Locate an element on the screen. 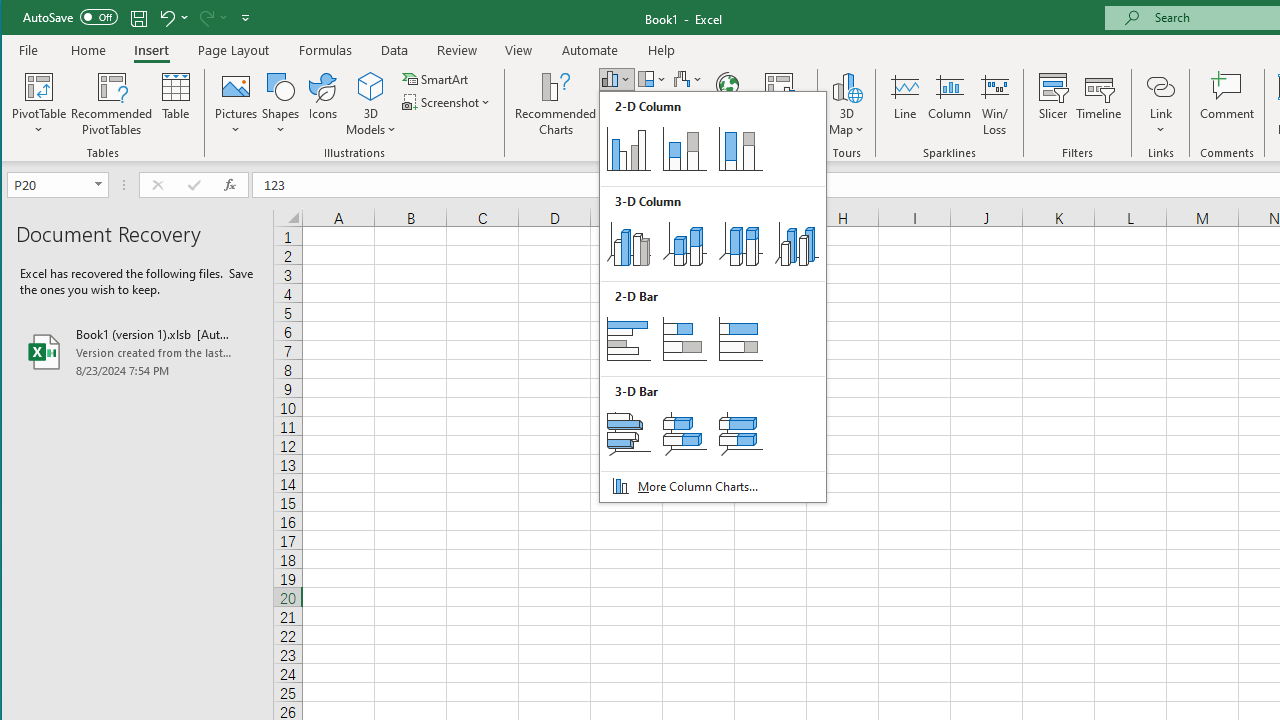  'Comment' is located at coordinates (1226, 104).